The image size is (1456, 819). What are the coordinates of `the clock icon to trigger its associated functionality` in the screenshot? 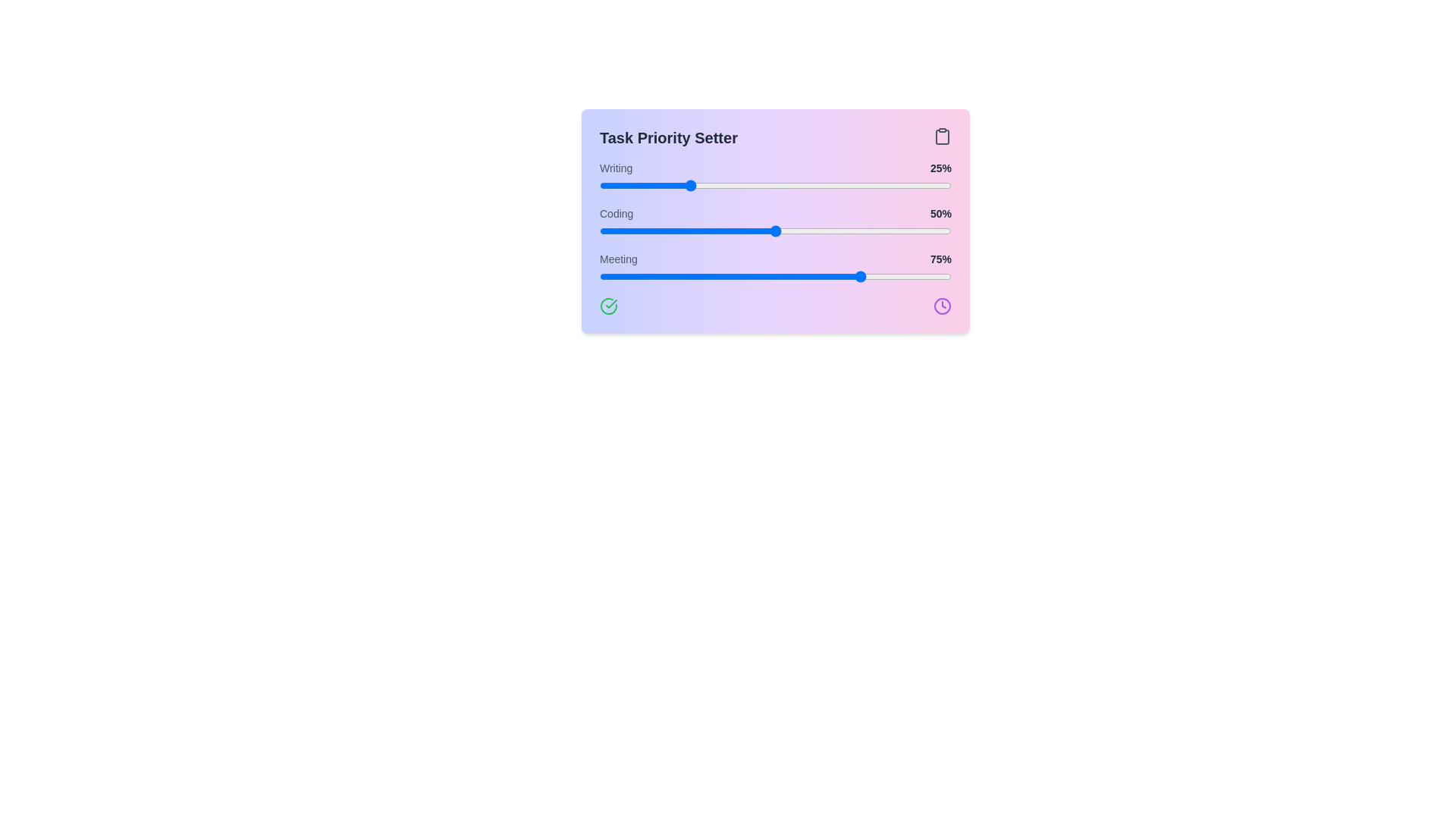 It's located at (942, 306).